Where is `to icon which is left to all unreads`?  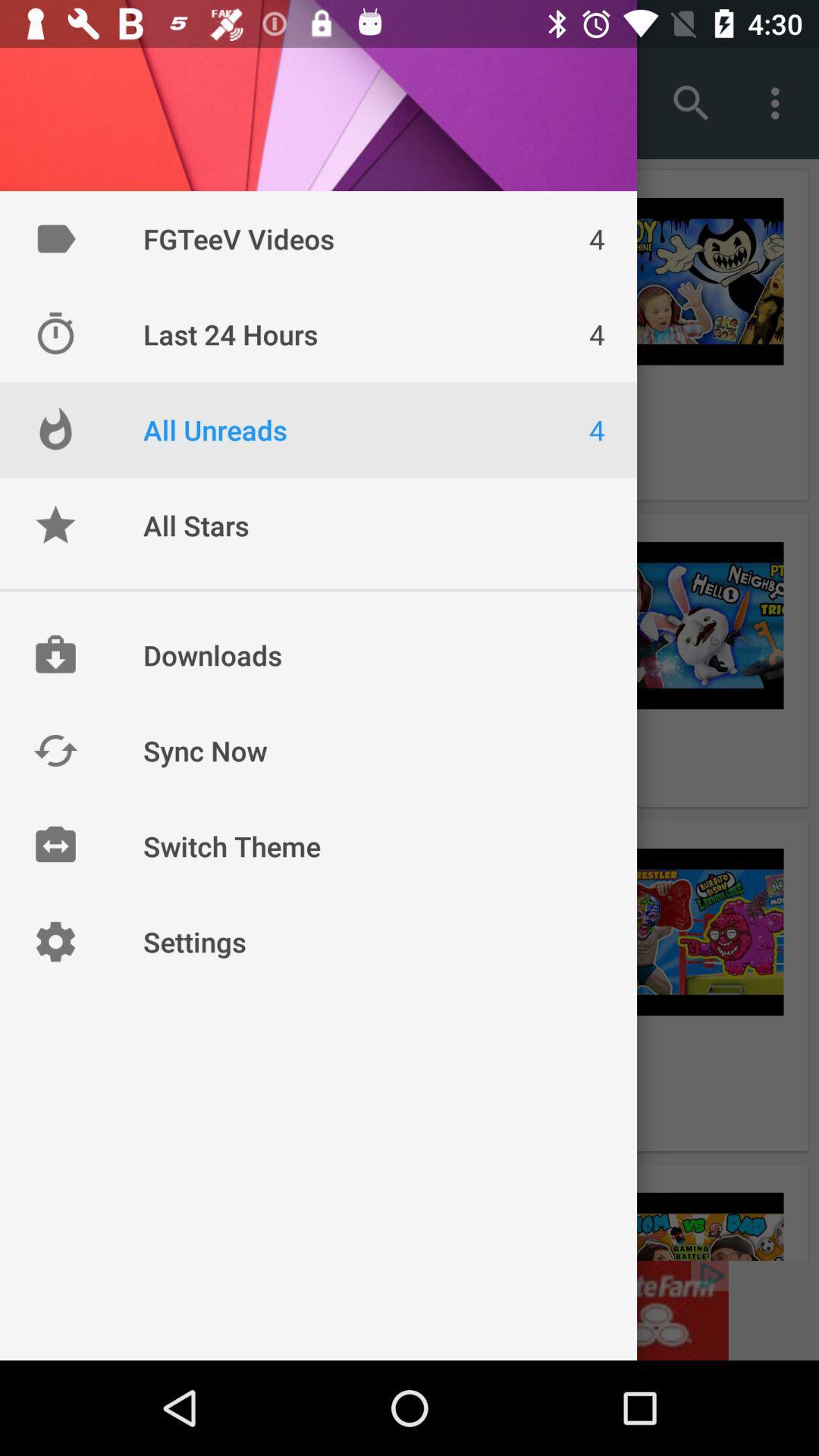
to icon which is left to all unreads is located at coordinates (55, 428).